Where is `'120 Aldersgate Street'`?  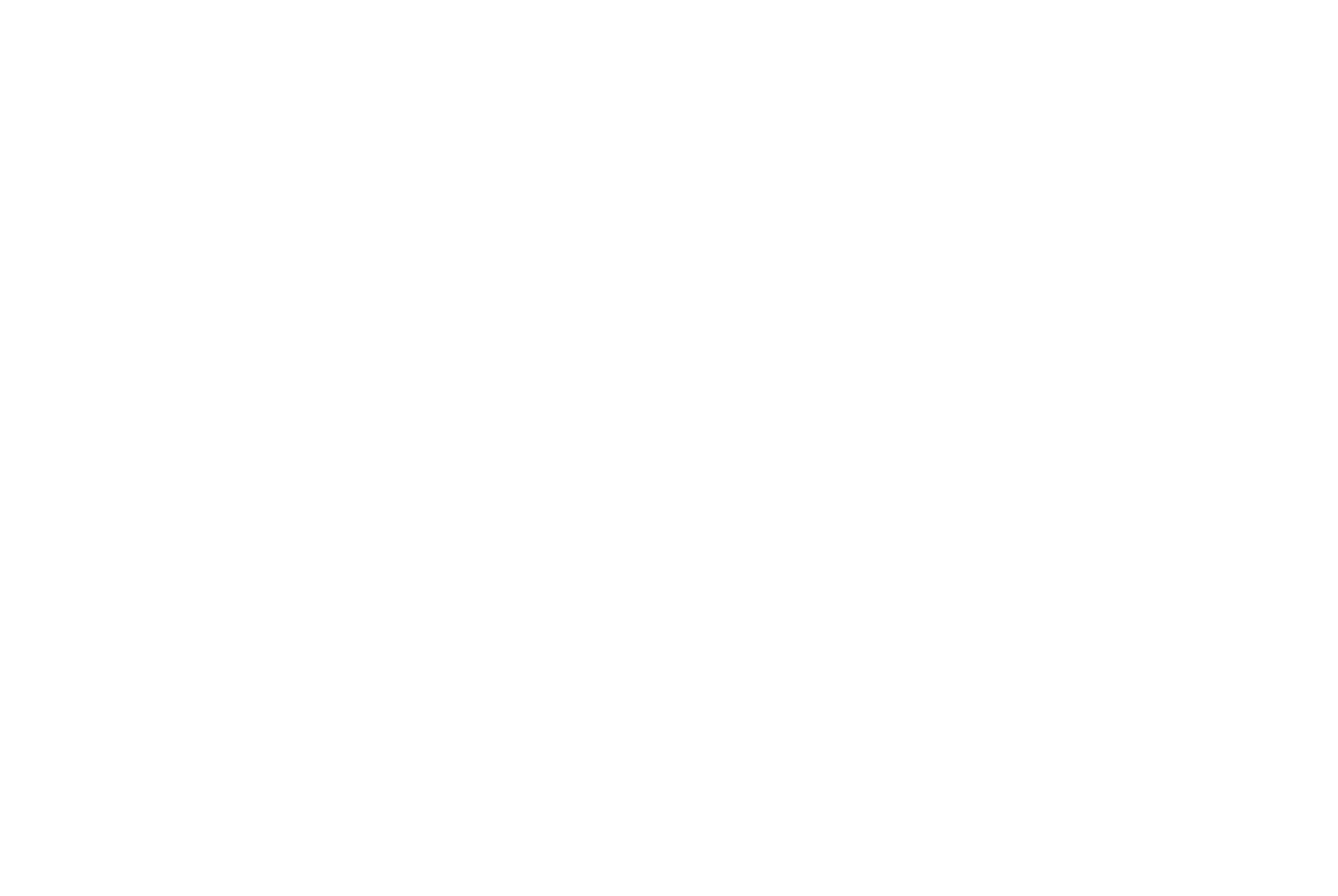
'120 Aldersgate Street' is located at coordinates (1022, 407).